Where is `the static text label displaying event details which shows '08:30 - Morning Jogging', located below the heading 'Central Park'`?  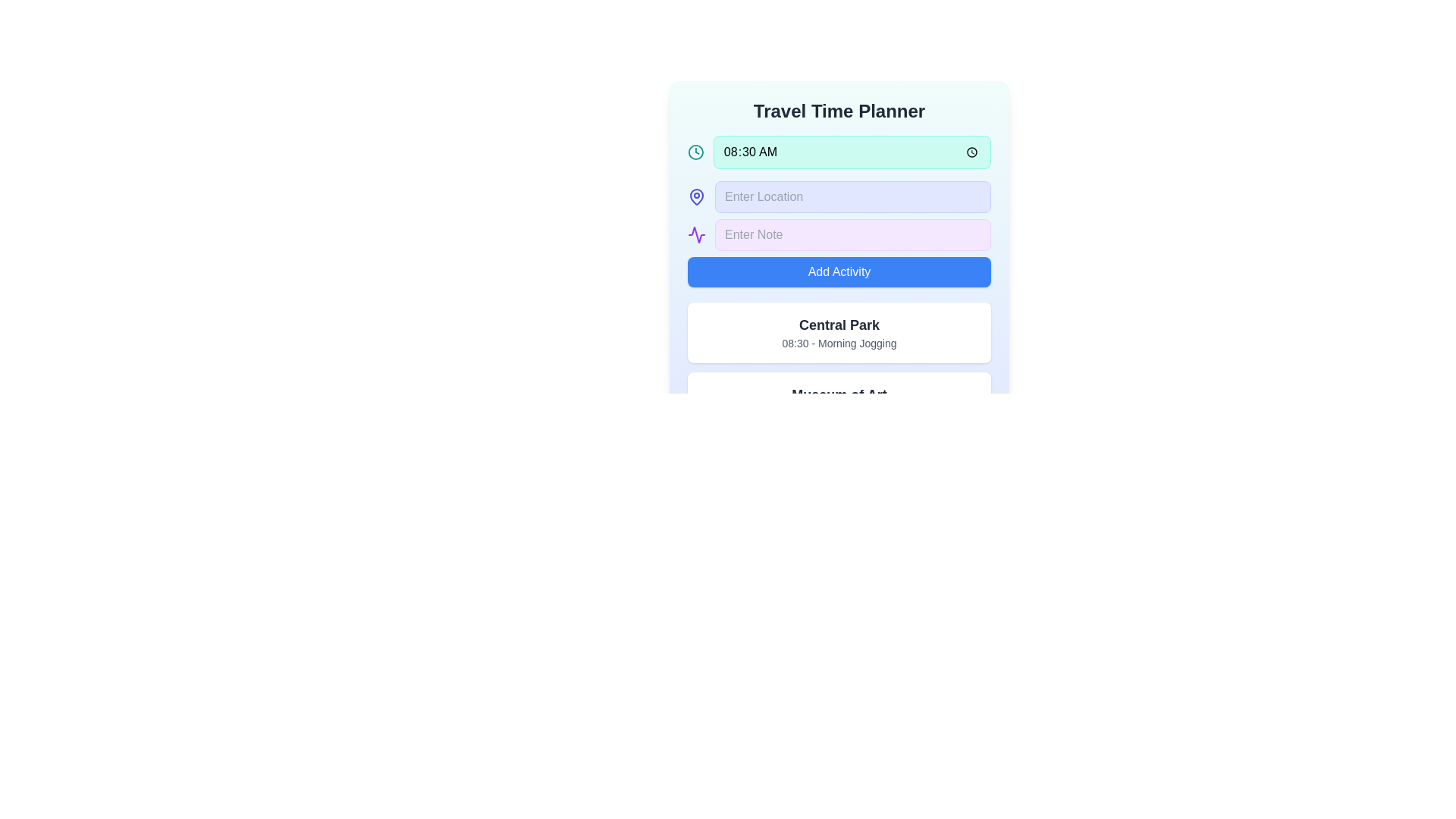 the static text label displaying event details which shows '08:30 - Morning Jogging', located below the heading 'Central Park' is located at coordinates (839, 343).